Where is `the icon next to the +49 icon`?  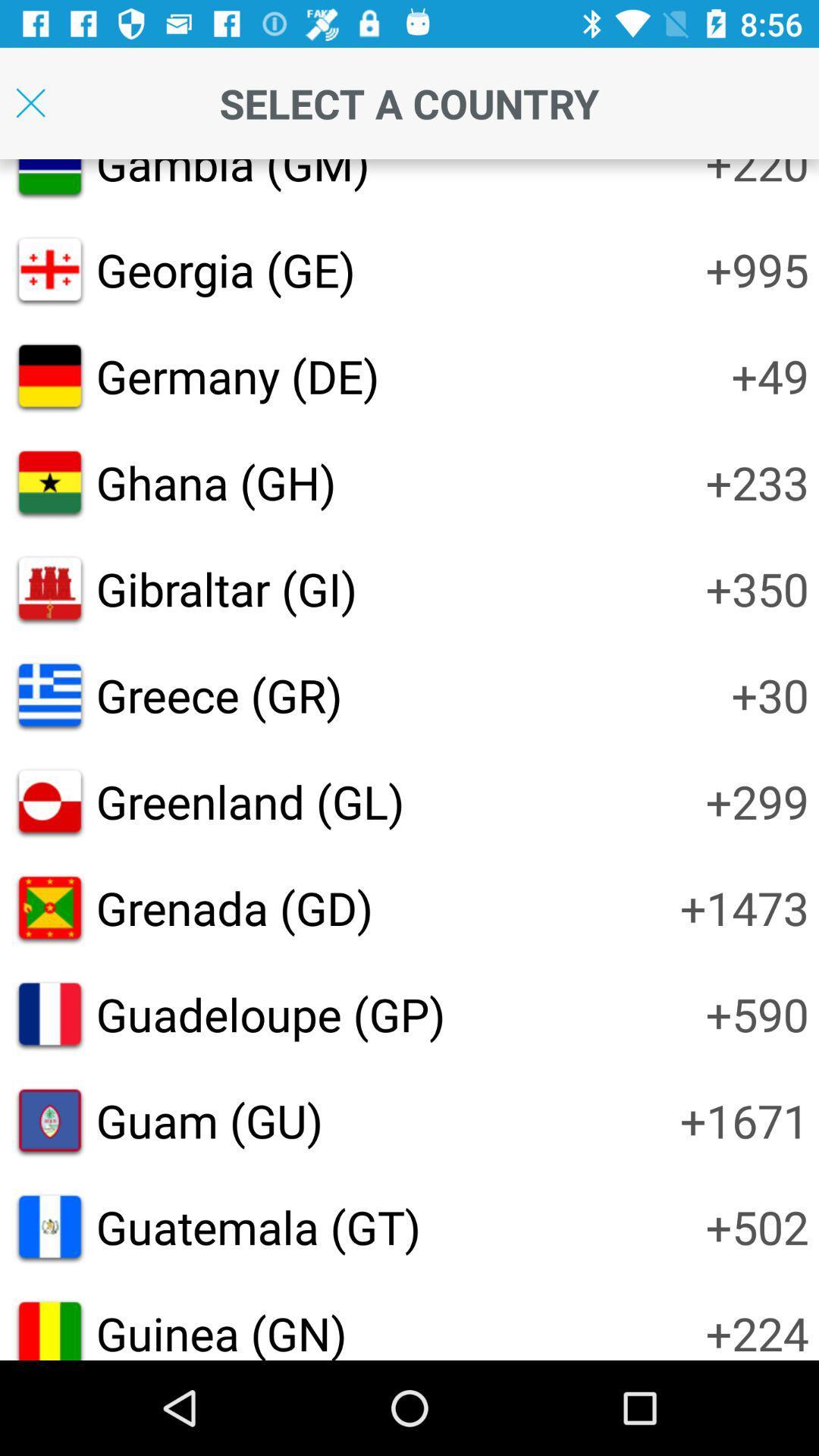
the icon next to the +49 icon is located at coordinates (237, 375).